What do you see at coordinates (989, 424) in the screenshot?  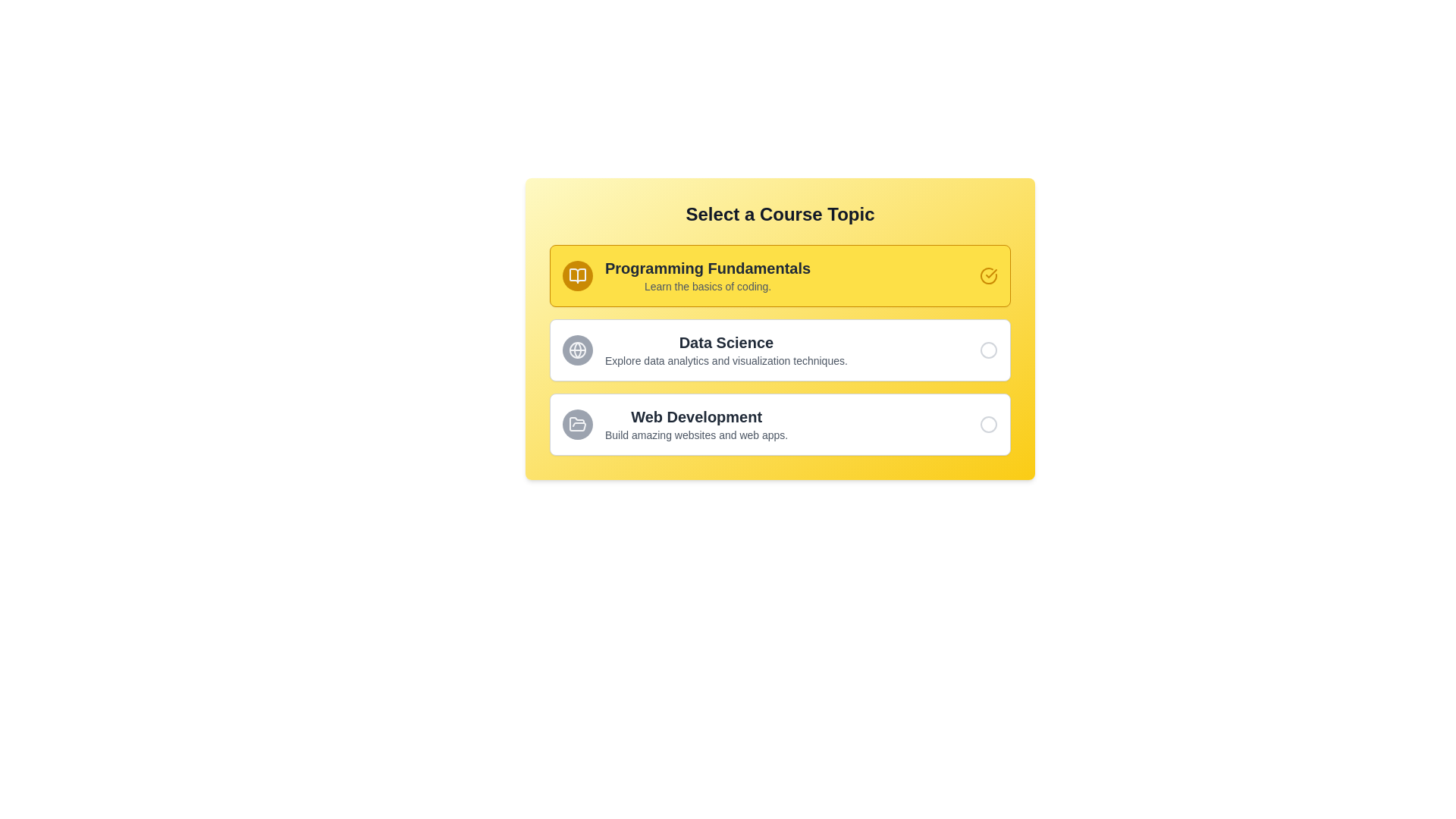 I see `the unselected radio button located at the far right of the 'Web Development' section to provide potential additional visual feedback` at bounding box center [989, 424].